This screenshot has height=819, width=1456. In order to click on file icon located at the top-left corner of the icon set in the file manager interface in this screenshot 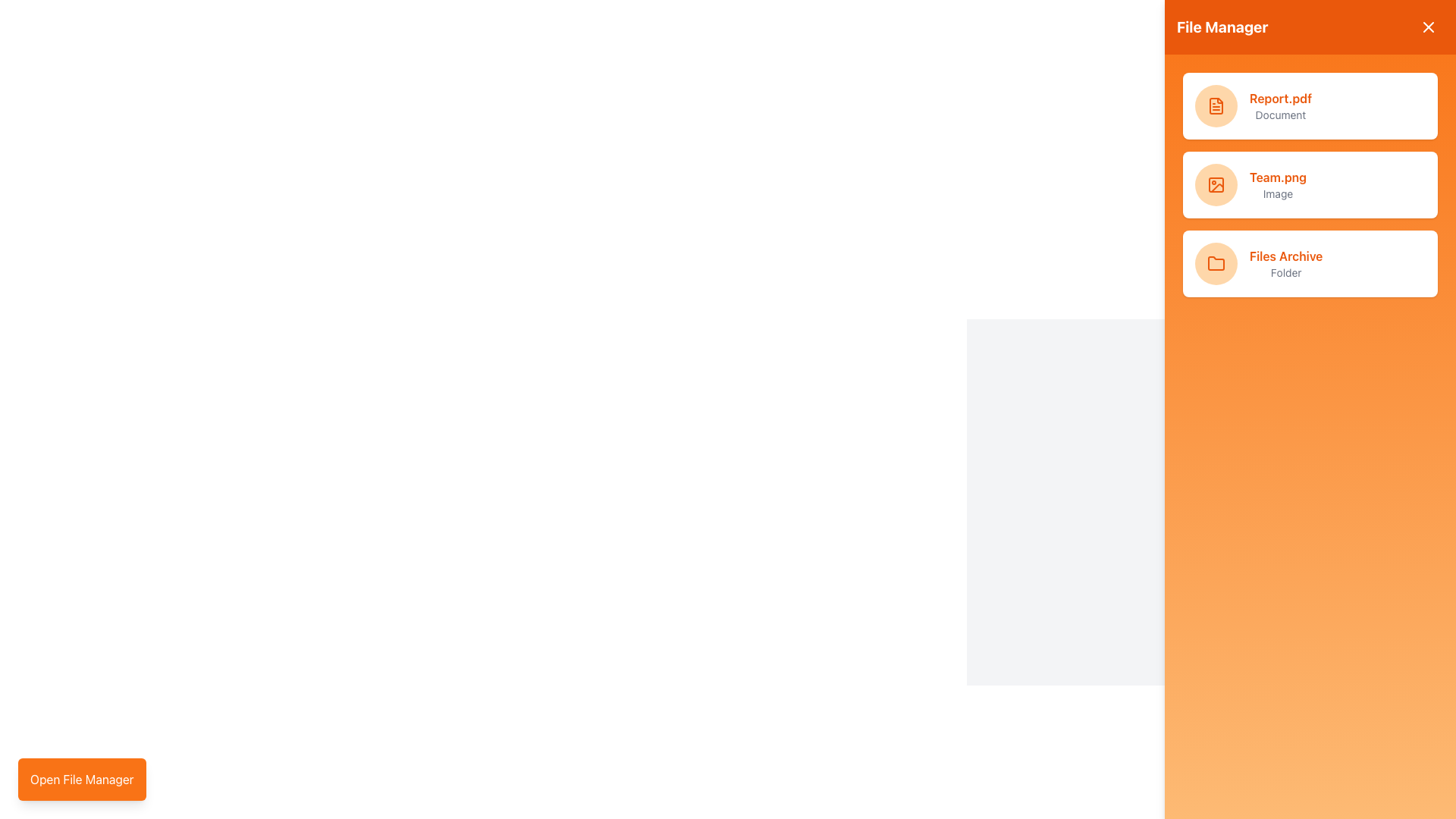, I will do `click(1216, 105)`.